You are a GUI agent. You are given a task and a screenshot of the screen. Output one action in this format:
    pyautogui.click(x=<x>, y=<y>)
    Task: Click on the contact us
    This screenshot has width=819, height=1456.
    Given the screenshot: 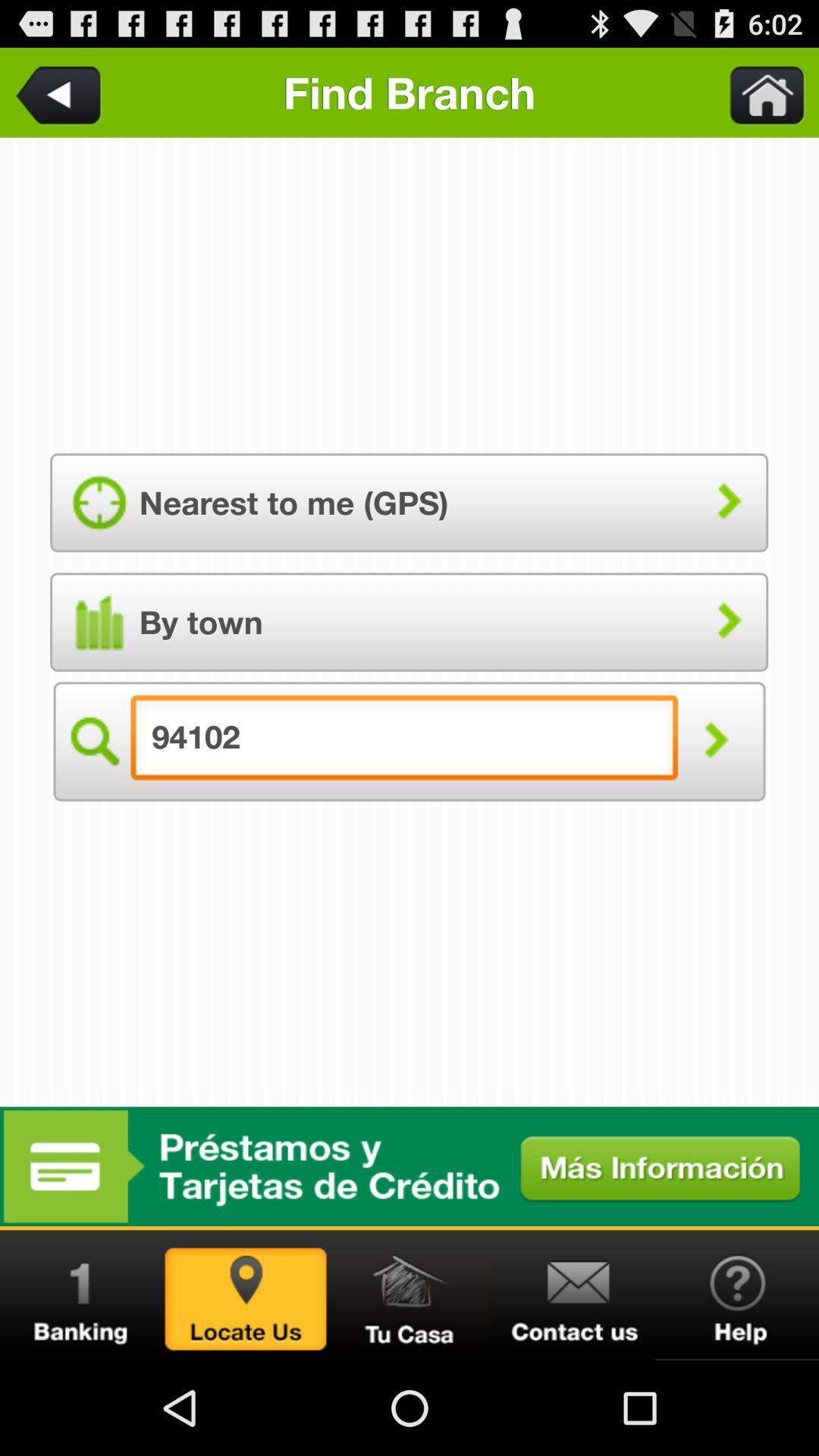 What is the action you would take?
    pyautogui.click(x=573, y=1294)
    